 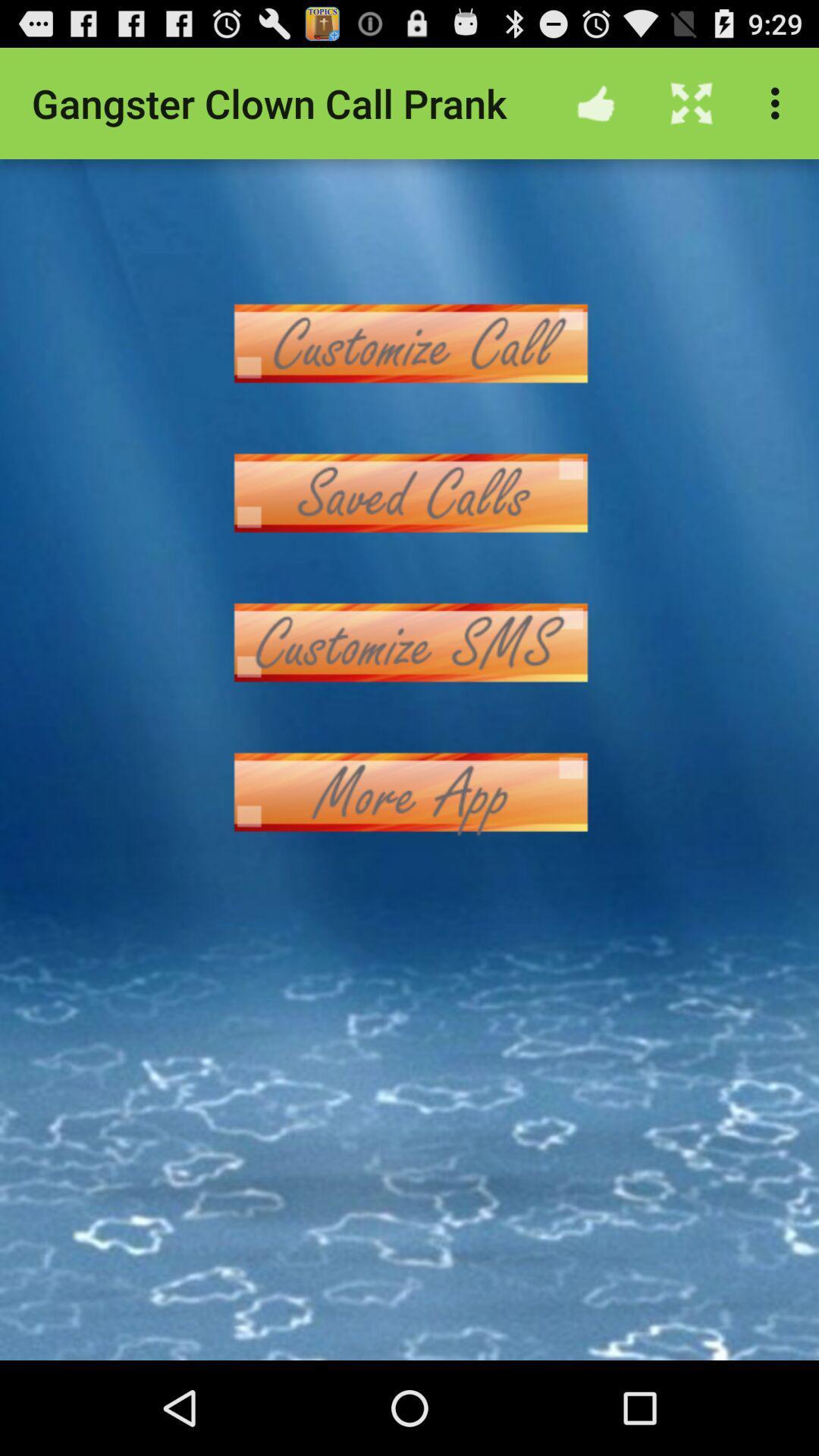 What do you see at coordinates (409, 342) in the screenshot?
I see `choose the option` at bounding box center [409, 342].